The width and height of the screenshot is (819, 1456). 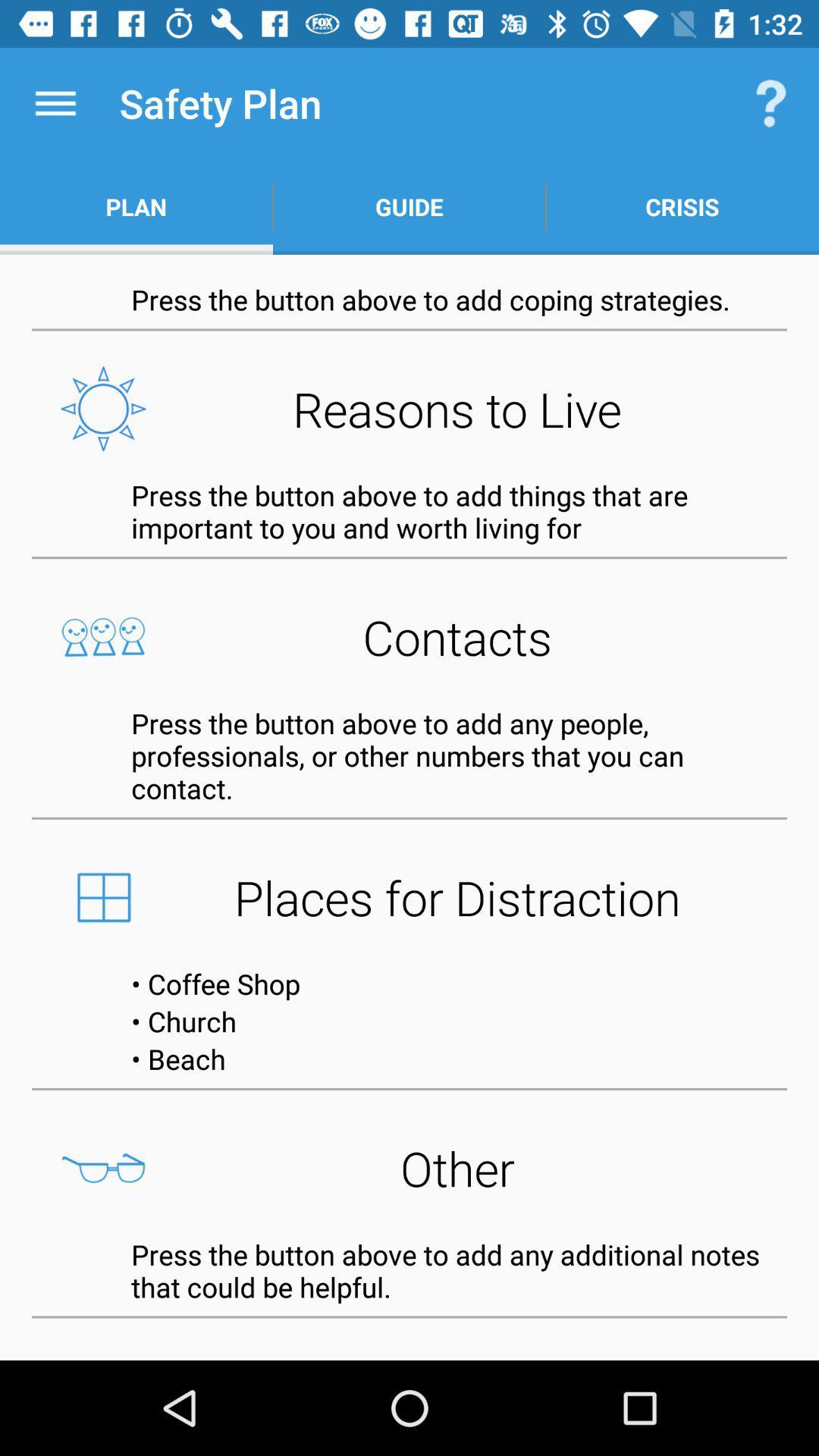 I want to click on the item to the left of the safety plan item, so click(x=55, y=102).